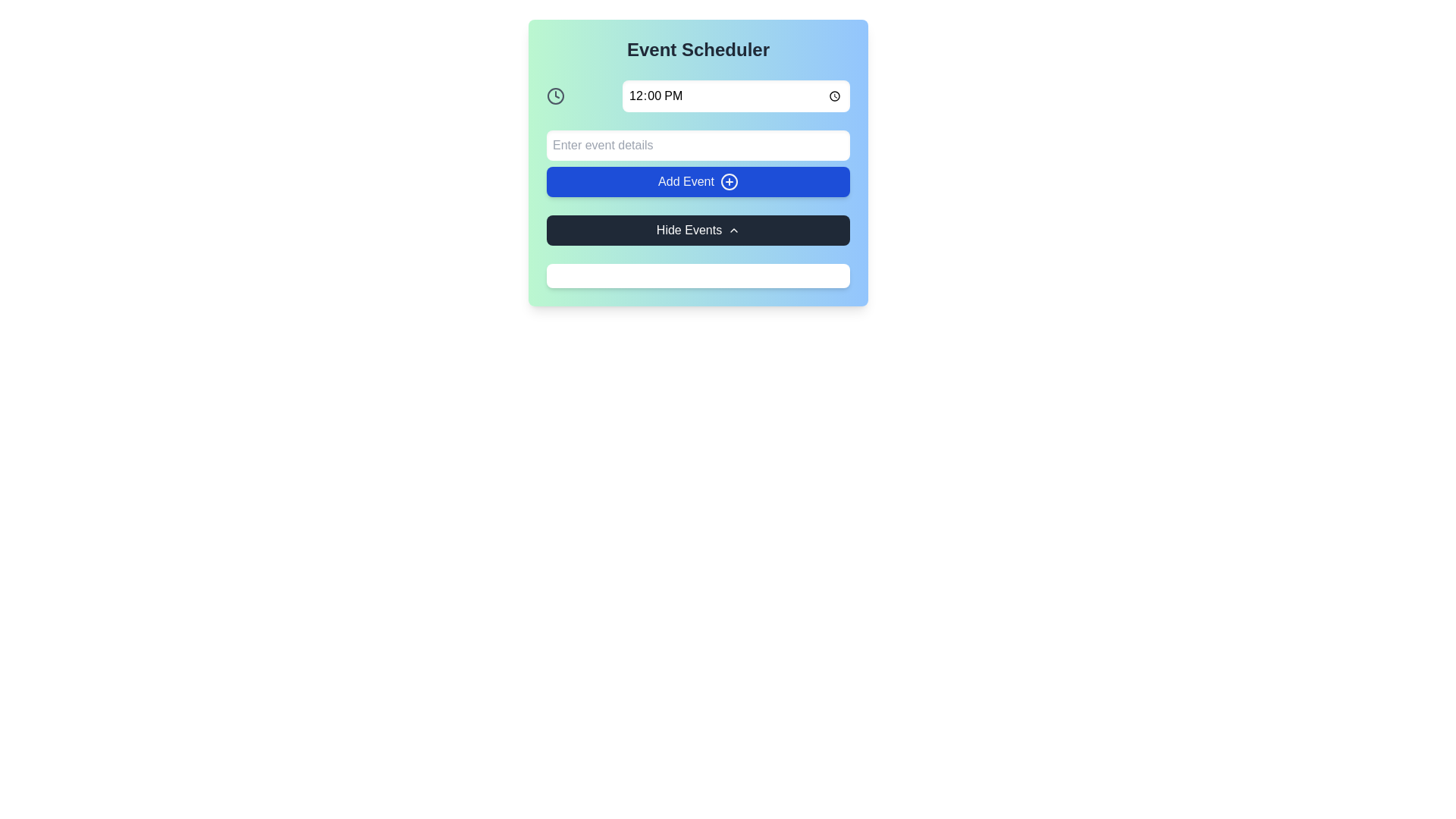 The image size is (1456, 819). What do you see at coordinates (736, 96) in the screenshot?
I see `the Time Input Field that displays '12:00 PM' to input or modify the time` at bounding box center [736, 96].